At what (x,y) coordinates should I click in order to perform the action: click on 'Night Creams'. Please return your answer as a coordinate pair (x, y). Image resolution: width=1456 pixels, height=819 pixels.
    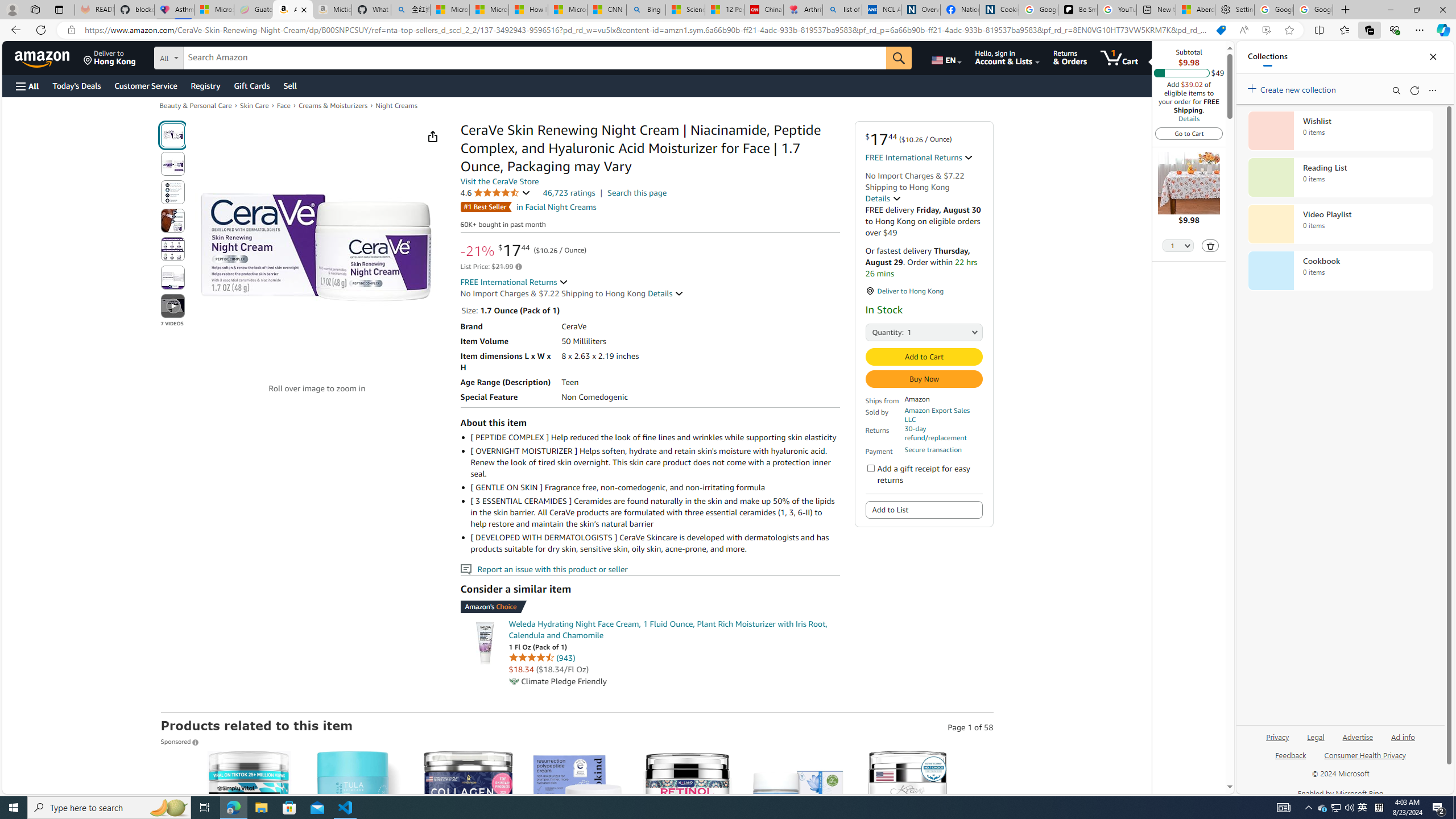
    Looking at the image, I should click on (396, 105).